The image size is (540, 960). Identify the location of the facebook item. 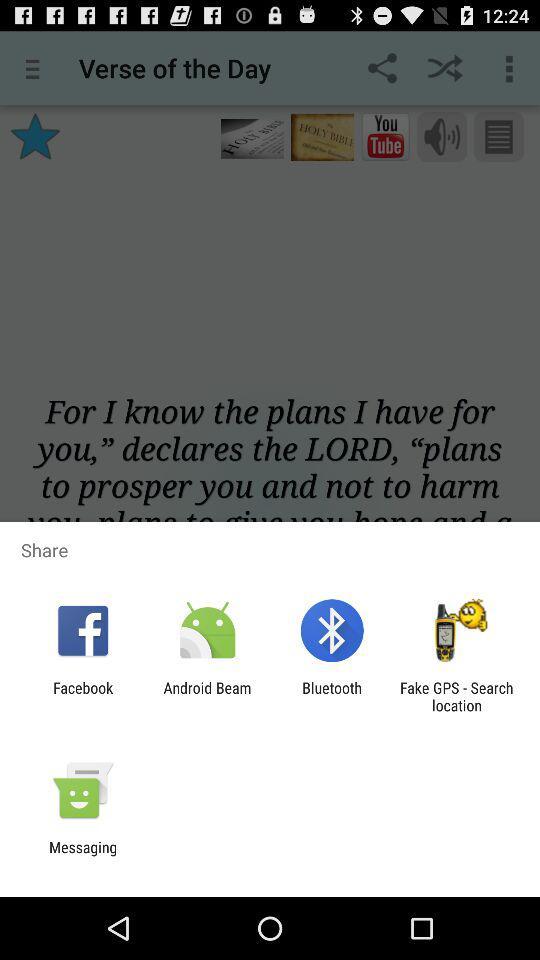
(82, 696).